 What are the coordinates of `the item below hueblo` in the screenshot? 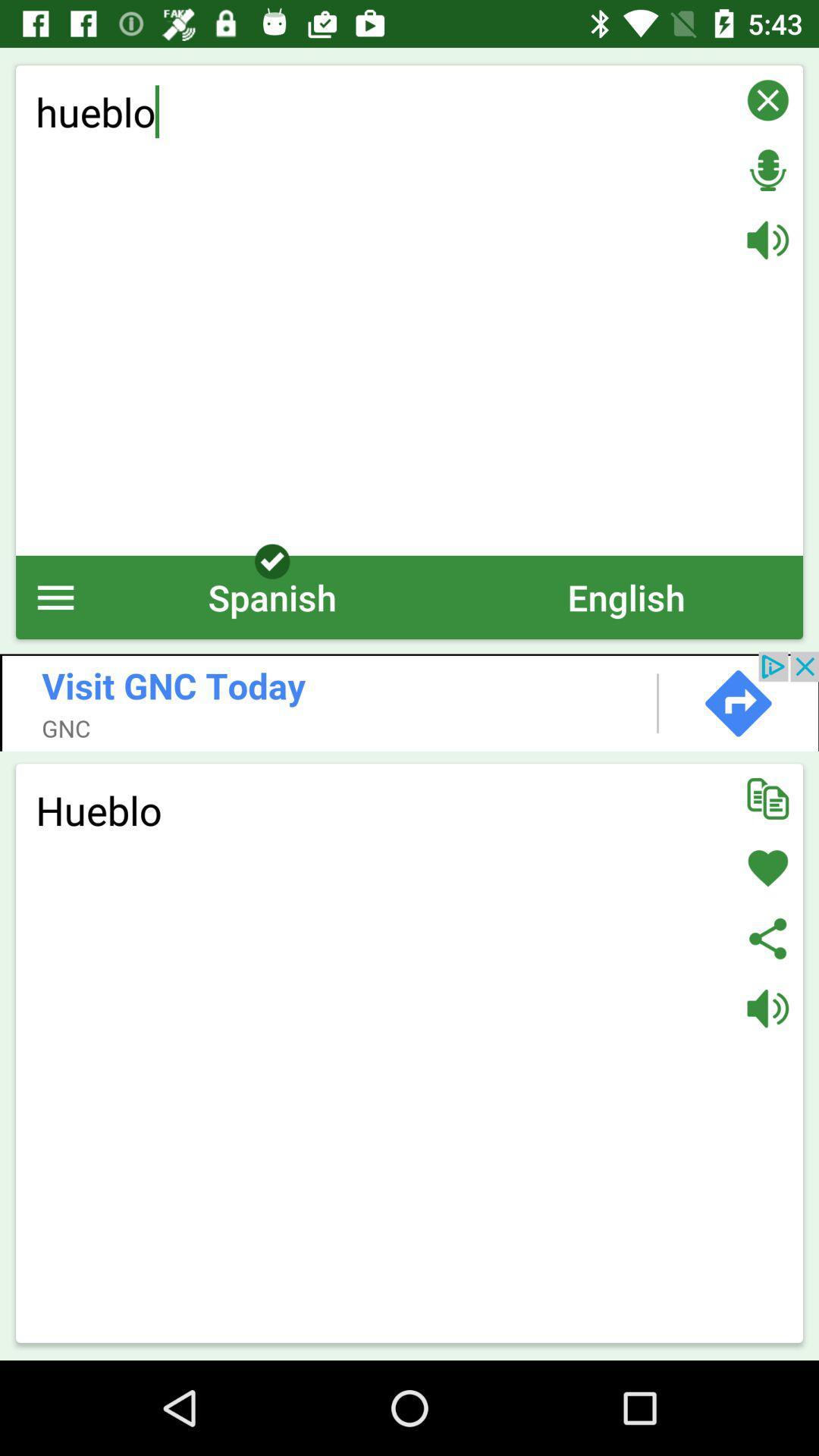 It's located at (271, 596).